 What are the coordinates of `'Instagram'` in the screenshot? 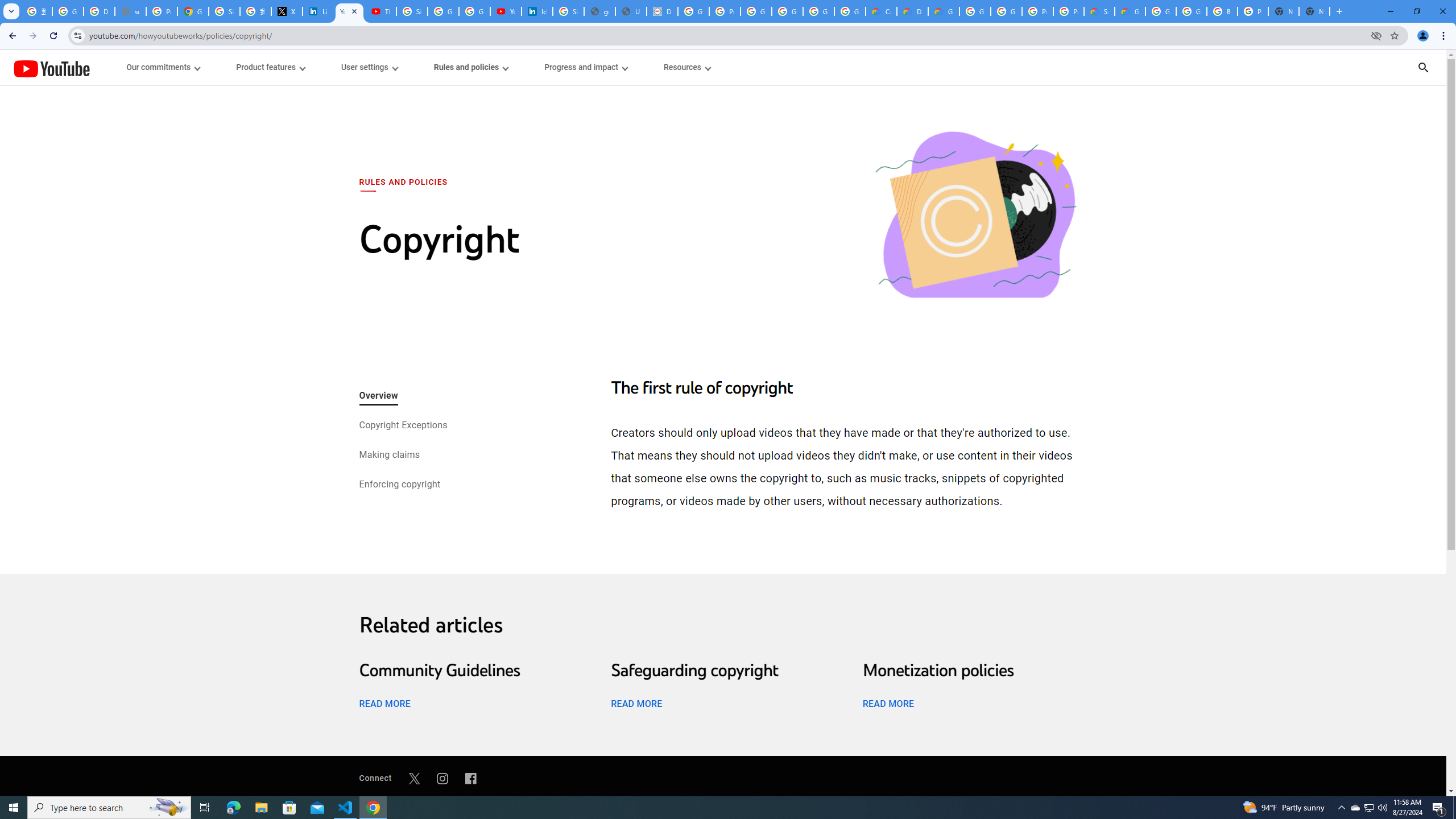 It's located at (442, 777).